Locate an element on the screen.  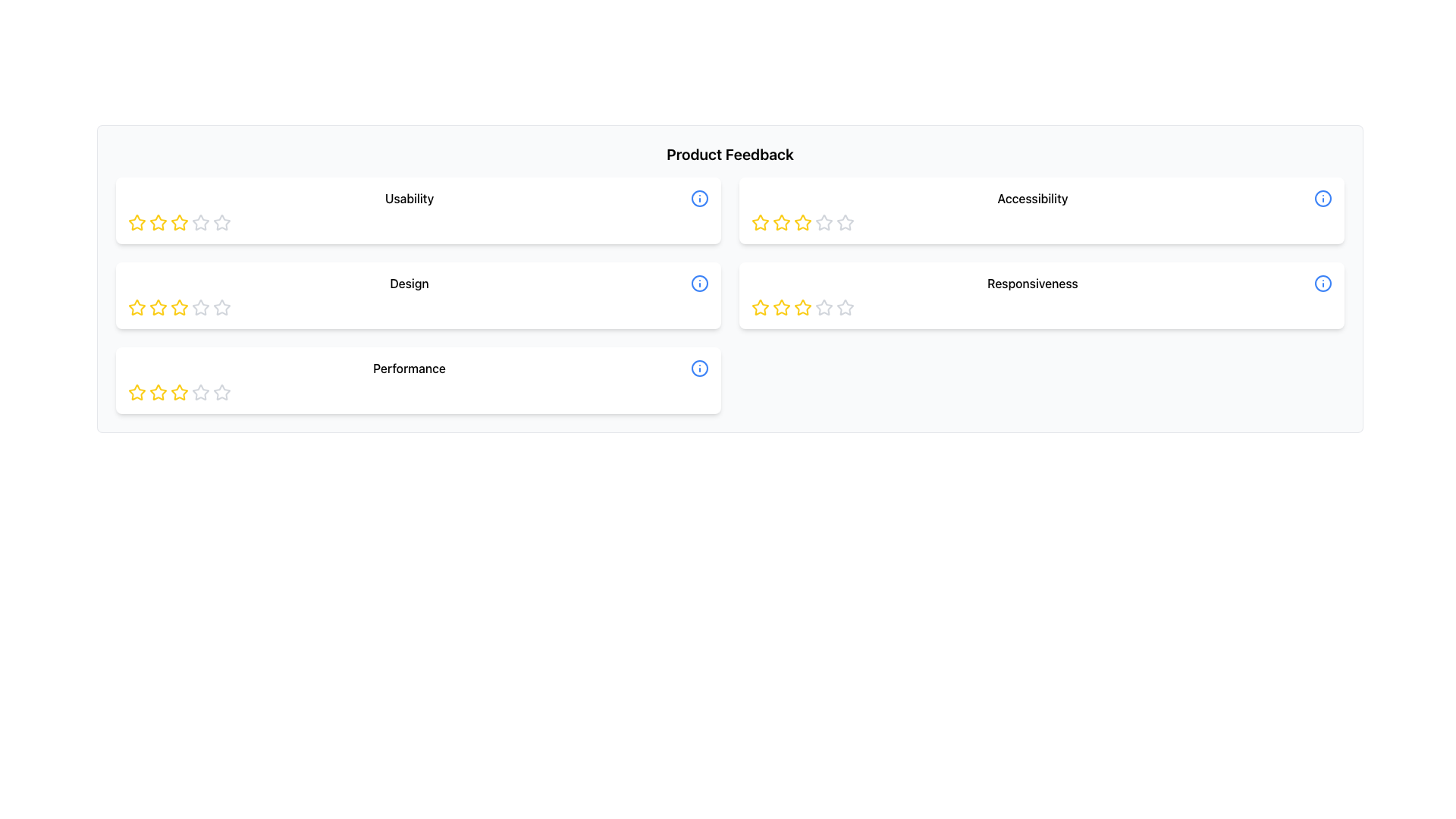
the third star icon in the 'Design' rating row is located at coordinates (221, 307).